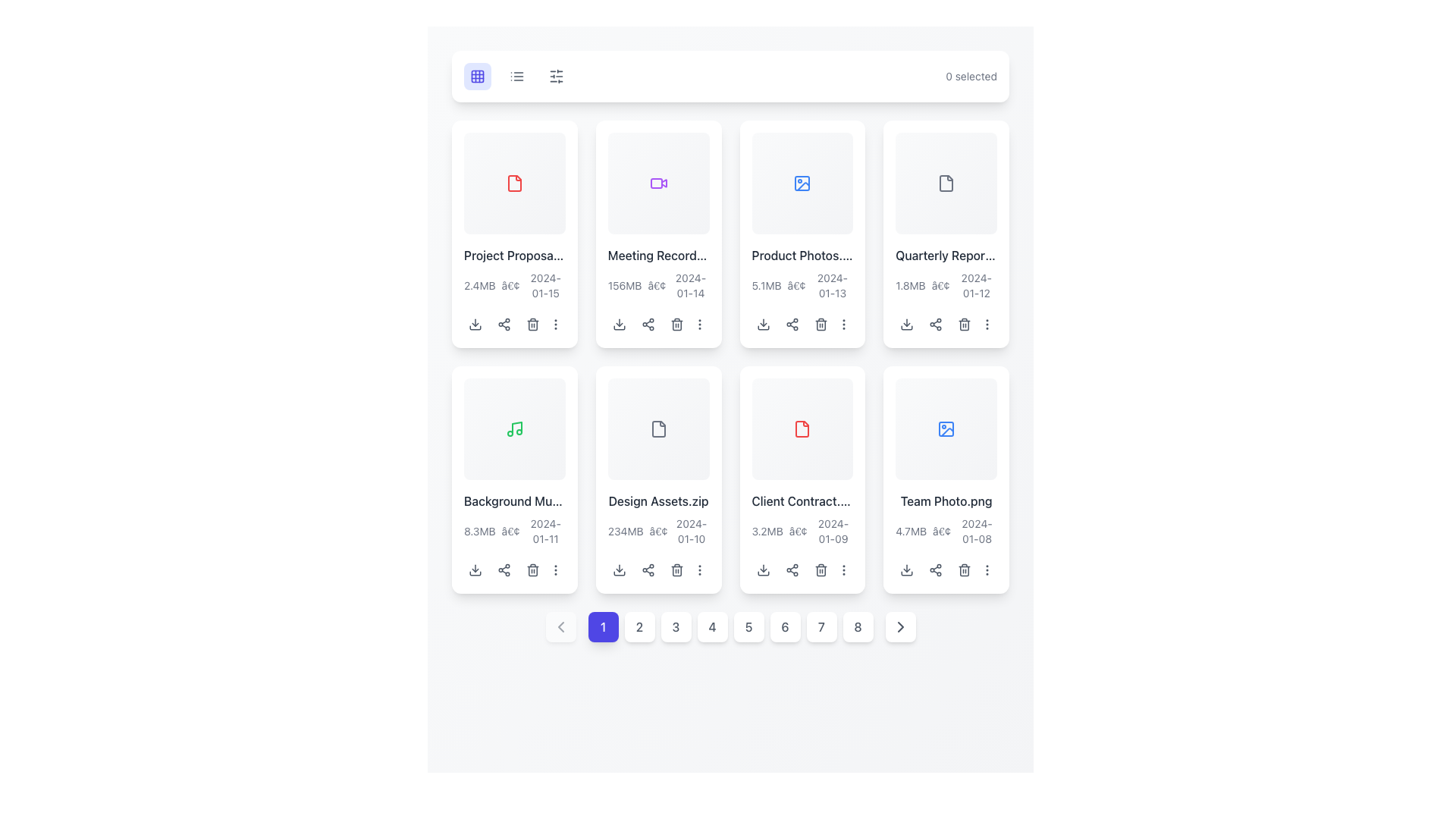  What do you see at coordinates (935, 323) in the screenshot?
I see `the share icon button located in the row of icons beneath the 'Quarterly Report.pdf' file preview and name to initiate the sharing action` at bounding box center [935, 323].